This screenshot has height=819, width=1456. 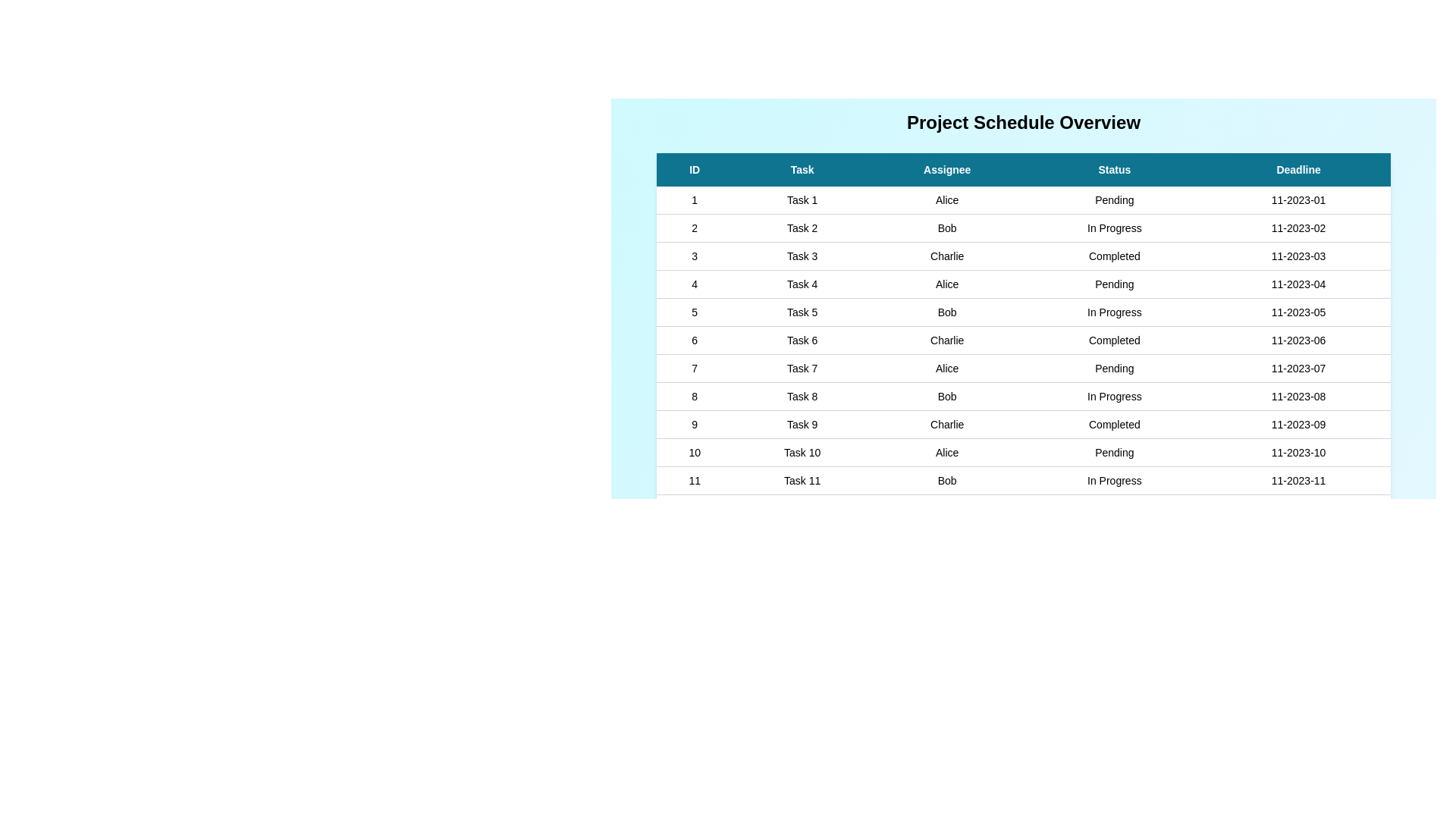 What do you see at coordinates (801, 169) in the screenshot?
I see `the header of the column Task to sort the table by that column` at bounding box center [801, 169].